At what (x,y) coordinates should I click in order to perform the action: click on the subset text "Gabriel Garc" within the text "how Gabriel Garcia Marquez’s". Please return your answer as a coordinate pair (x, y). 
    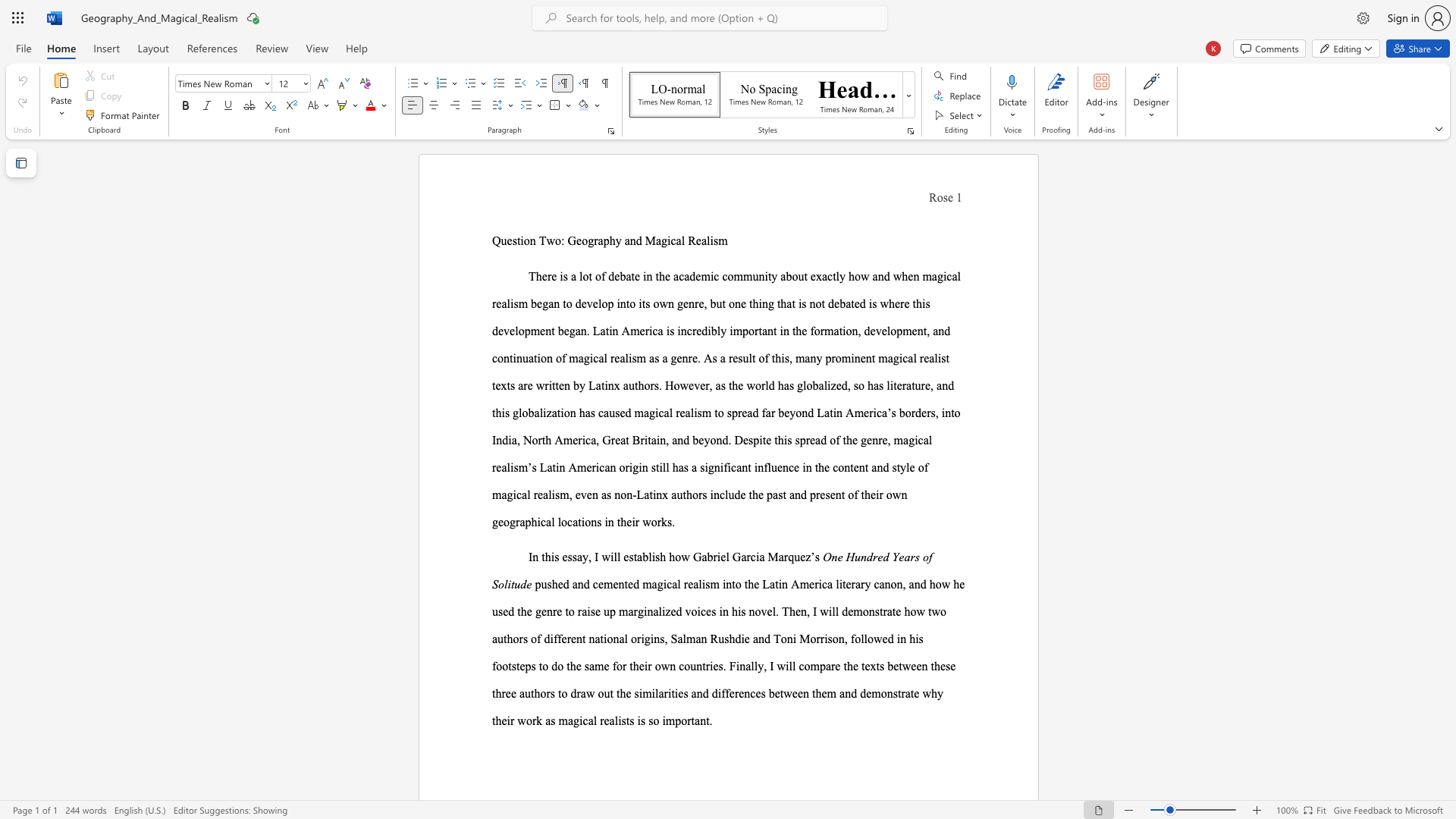
    Looking at the image, I should click on (692, 557).